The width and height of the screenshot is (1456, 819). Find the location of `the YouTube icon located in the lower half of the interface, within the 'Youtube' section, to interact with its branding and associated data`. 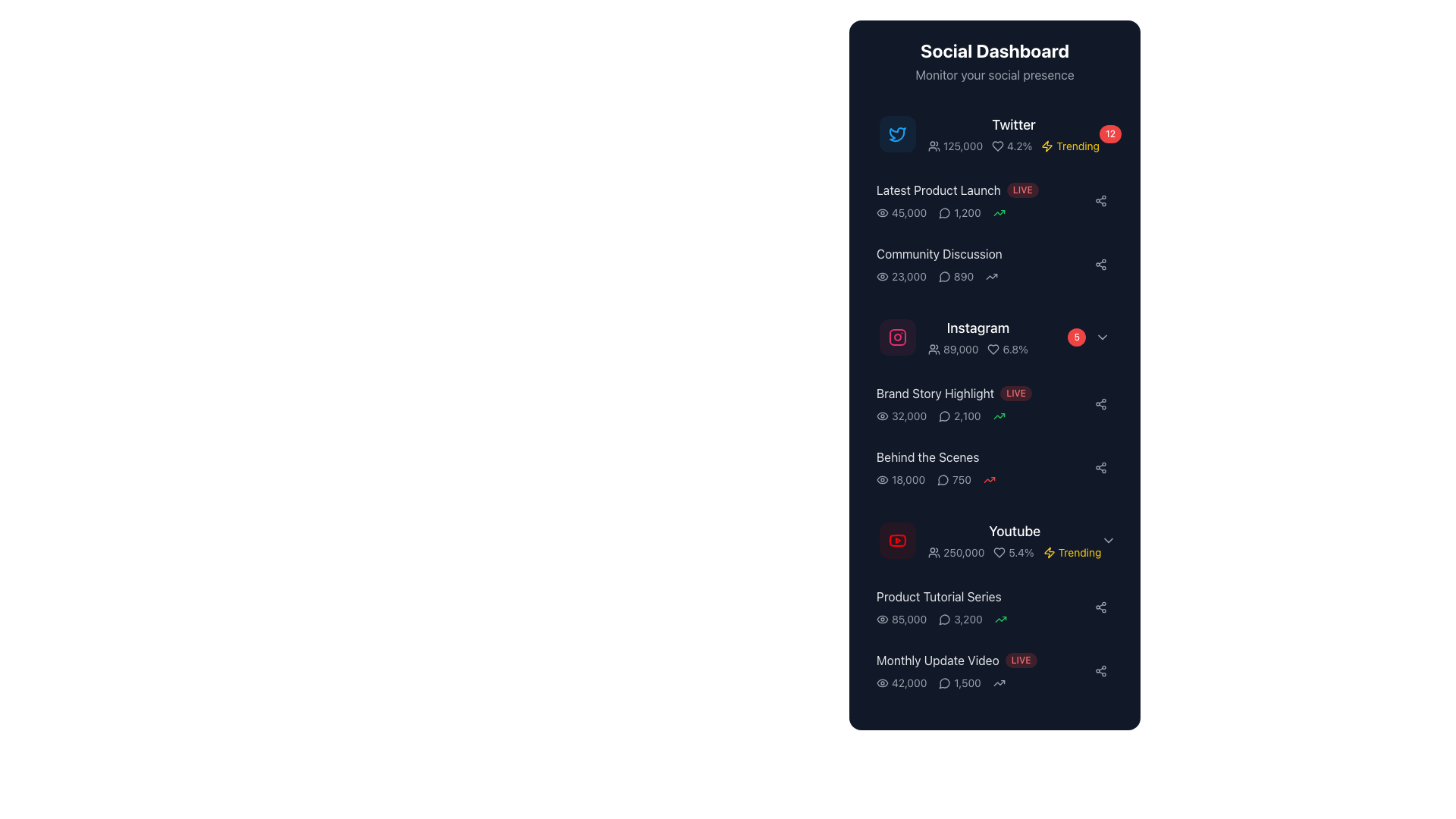

the YouTube icon located in the lower half of the interface, within the 'Youtube' section, to interact with its branding and associated data is located at coordinates (898, 540).